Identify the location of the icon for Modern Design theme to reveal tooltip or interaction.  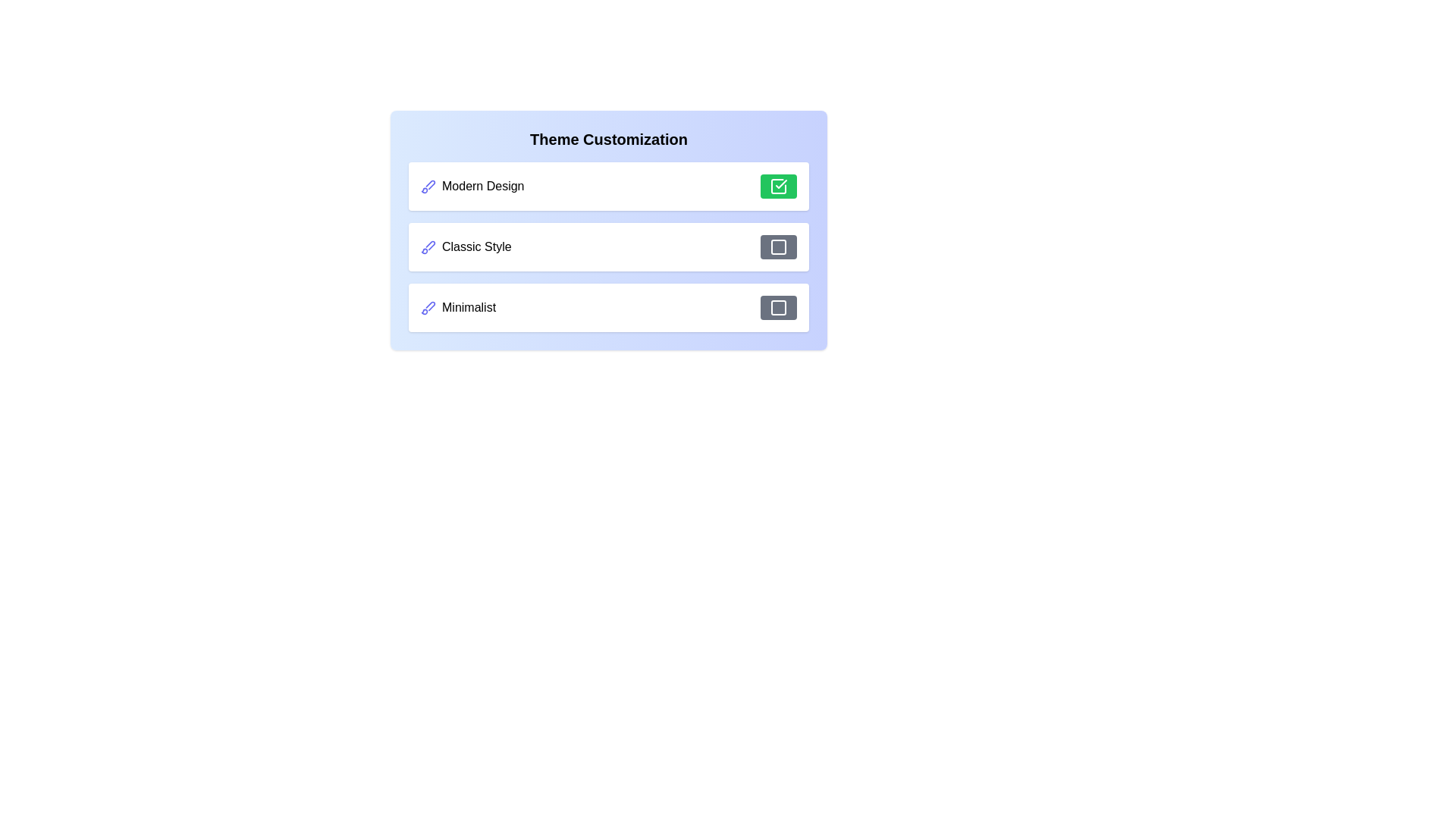
(428, 186).